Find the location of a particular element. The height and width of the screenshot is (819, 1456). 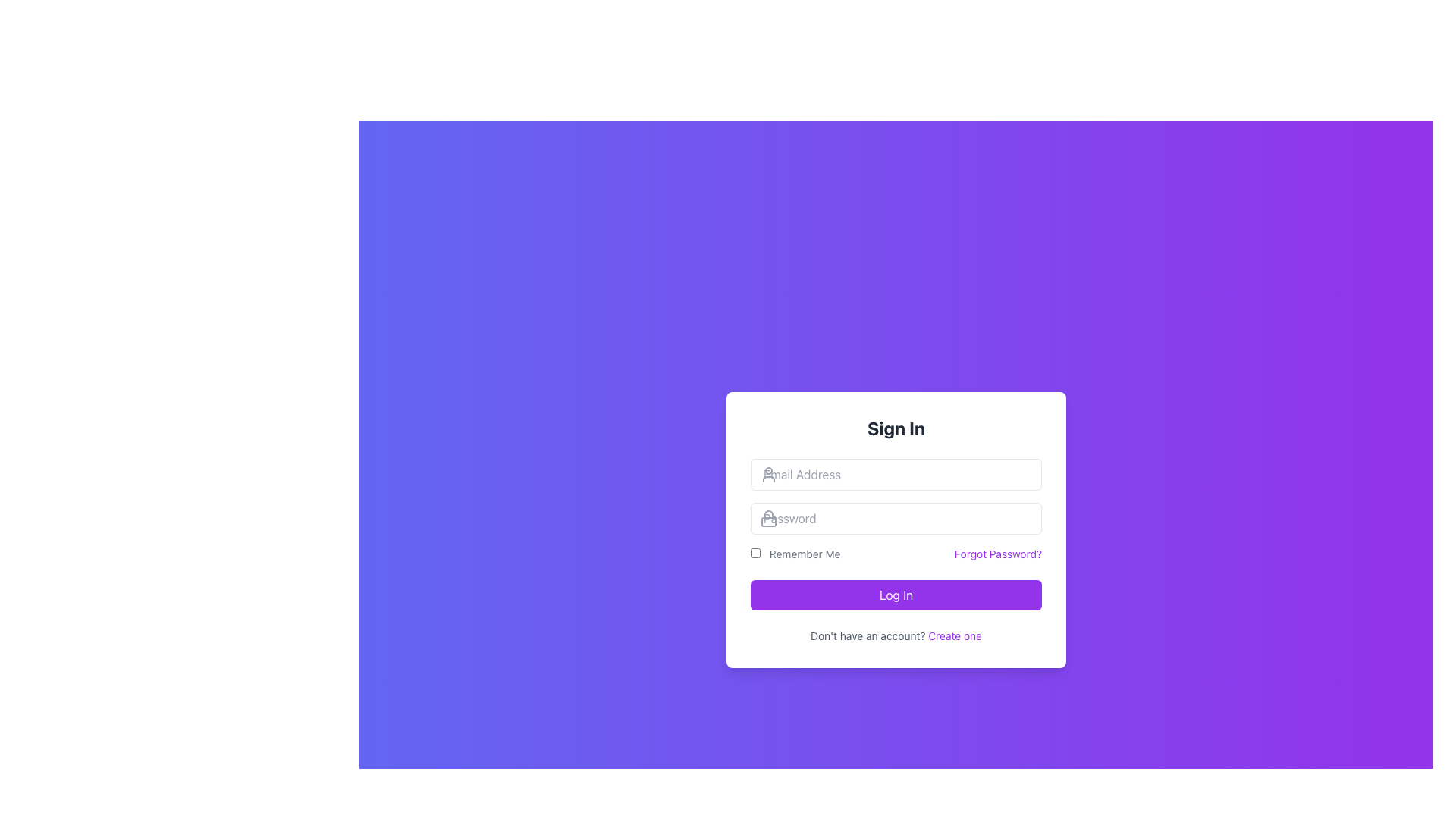

the interactive elements of the Login Form, which is centered within a full-page gradient background and located below the 'Sign In' title is located at coordinates (896, 529).